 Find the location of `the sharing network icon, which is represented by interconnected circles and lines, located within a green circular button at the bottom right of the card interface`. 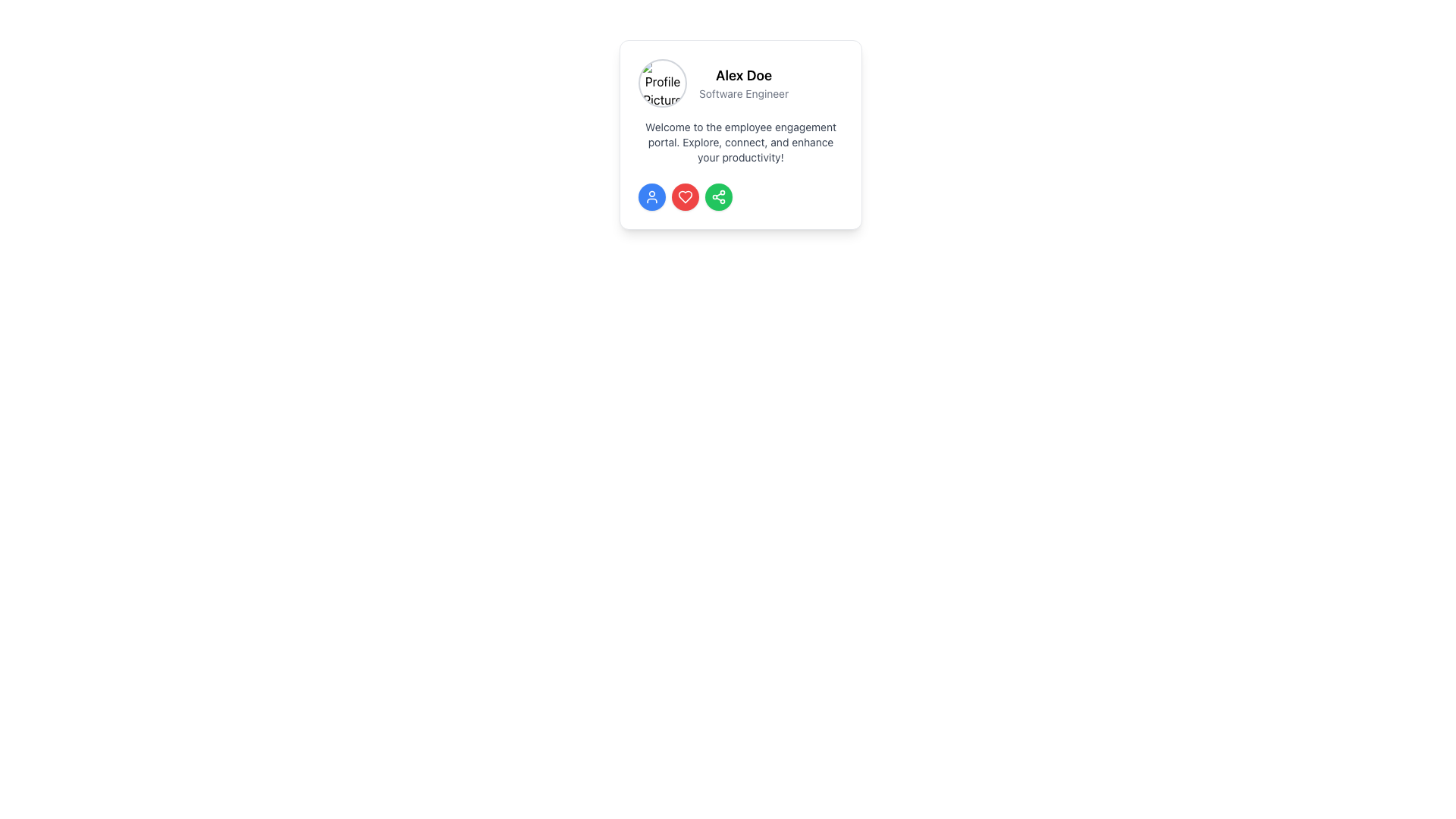

the sharing network icon, which is represented by interconnected circles and lines, located within a green circular button at the bottom right of the card interface is located at coordinates (718, 196).